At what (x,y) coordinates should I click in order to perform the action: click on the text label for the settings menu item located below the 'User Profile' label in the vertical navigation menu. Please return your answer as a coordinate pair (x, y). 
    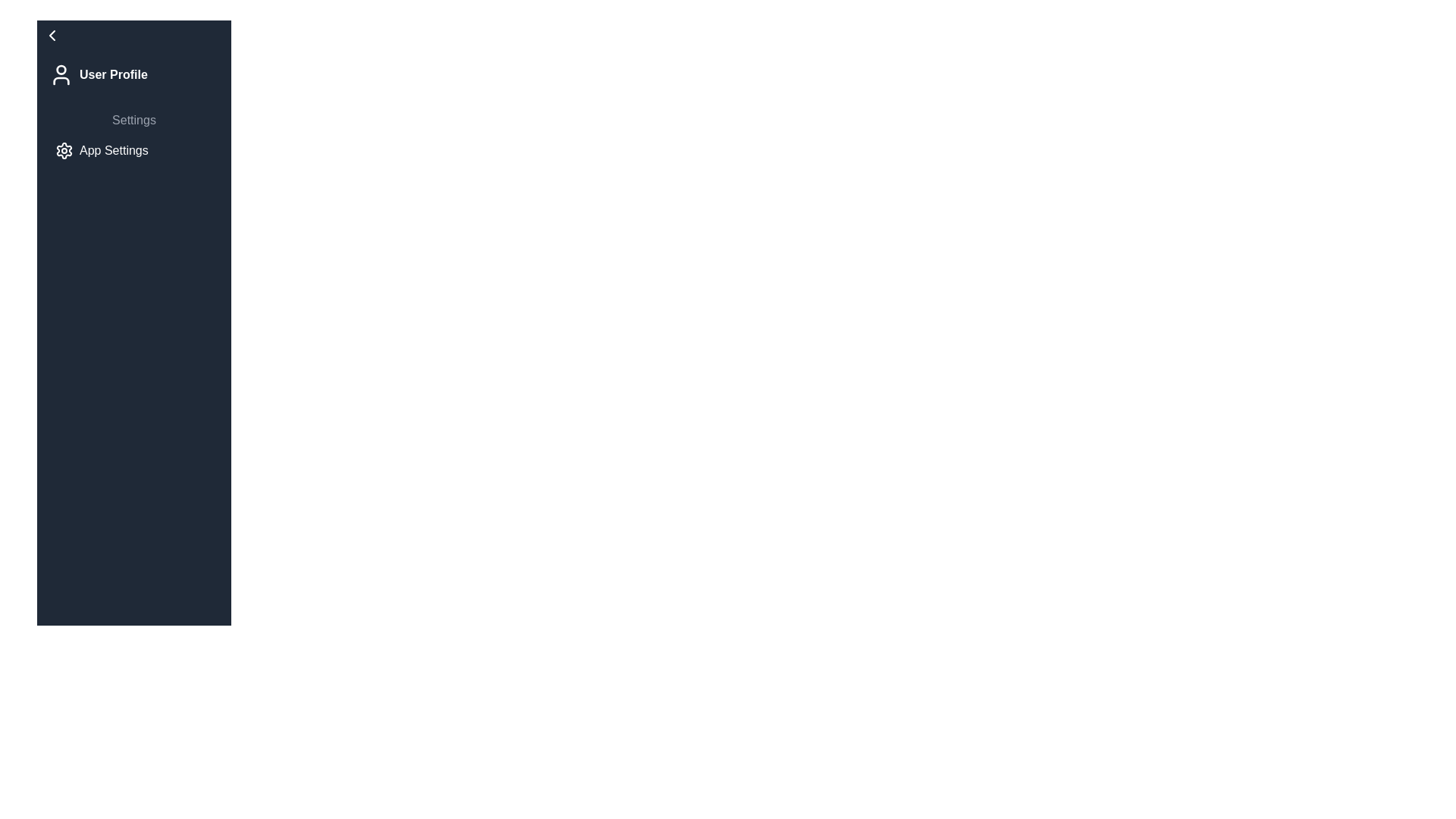
    Looking at the image, I should click on (113, 151).